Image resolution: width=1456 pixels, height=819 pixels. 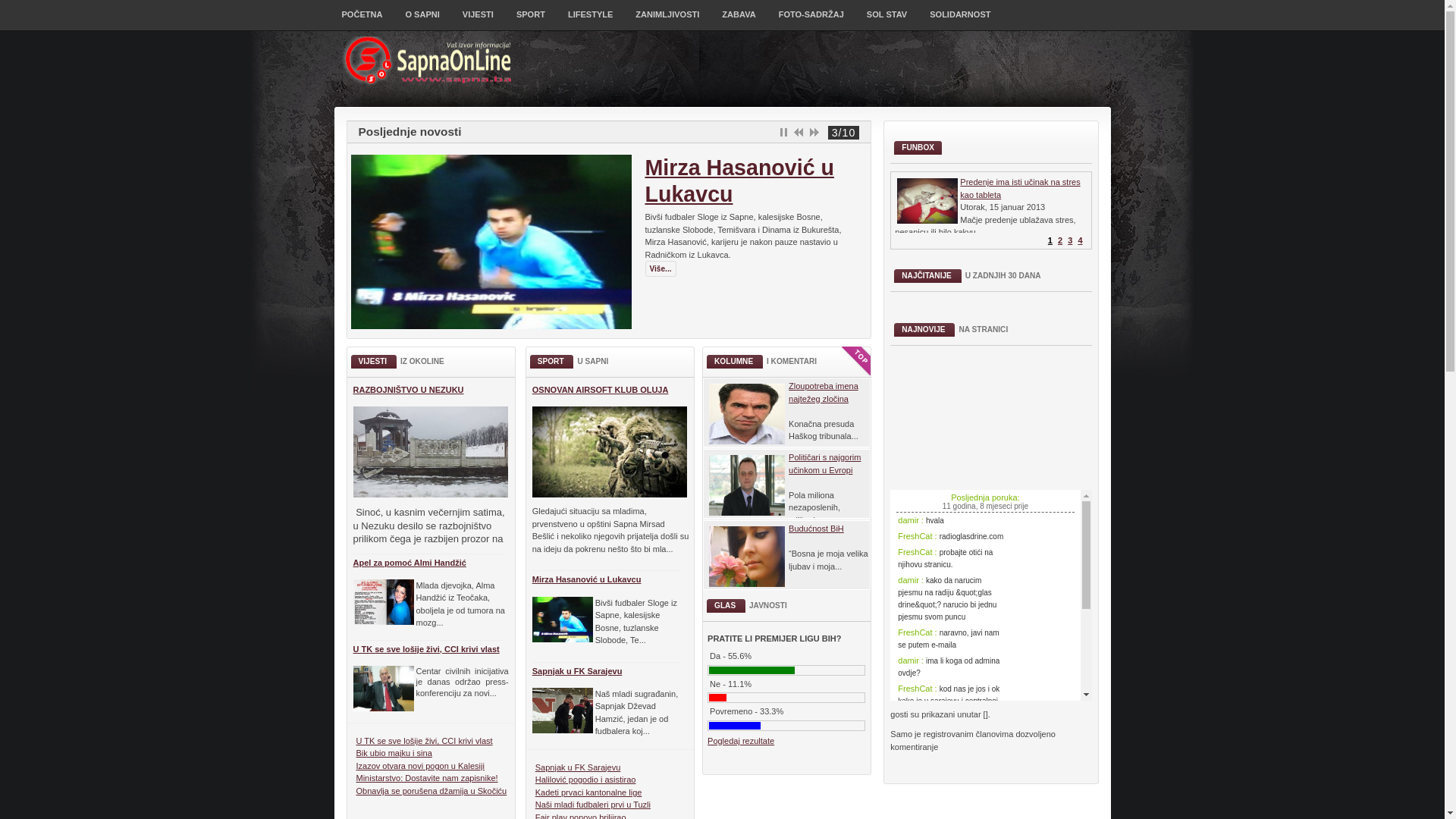 I want to click on 'Kadeti prvaci kantonalne lige', so click(x=588, y=792).